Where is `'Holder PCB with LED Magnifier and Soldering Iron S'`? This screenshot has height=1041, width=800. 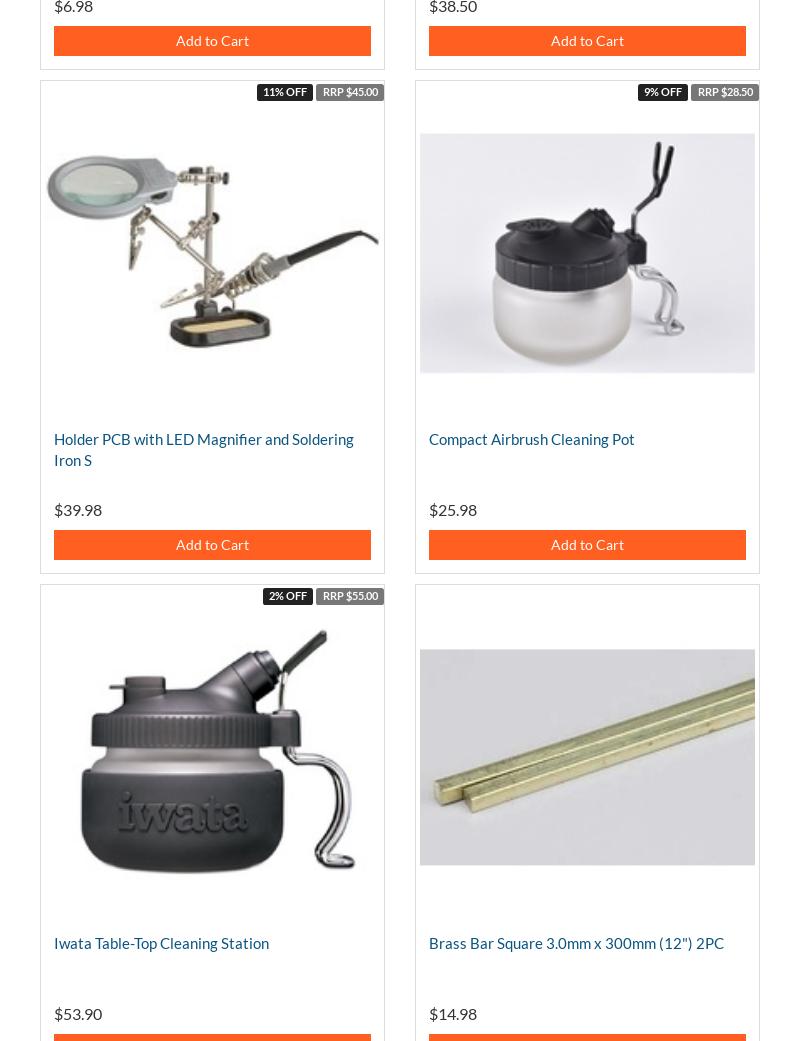 'Holder PCB with LED Magnifier and Soldering Iron S' is located at coordinates (204, 447).